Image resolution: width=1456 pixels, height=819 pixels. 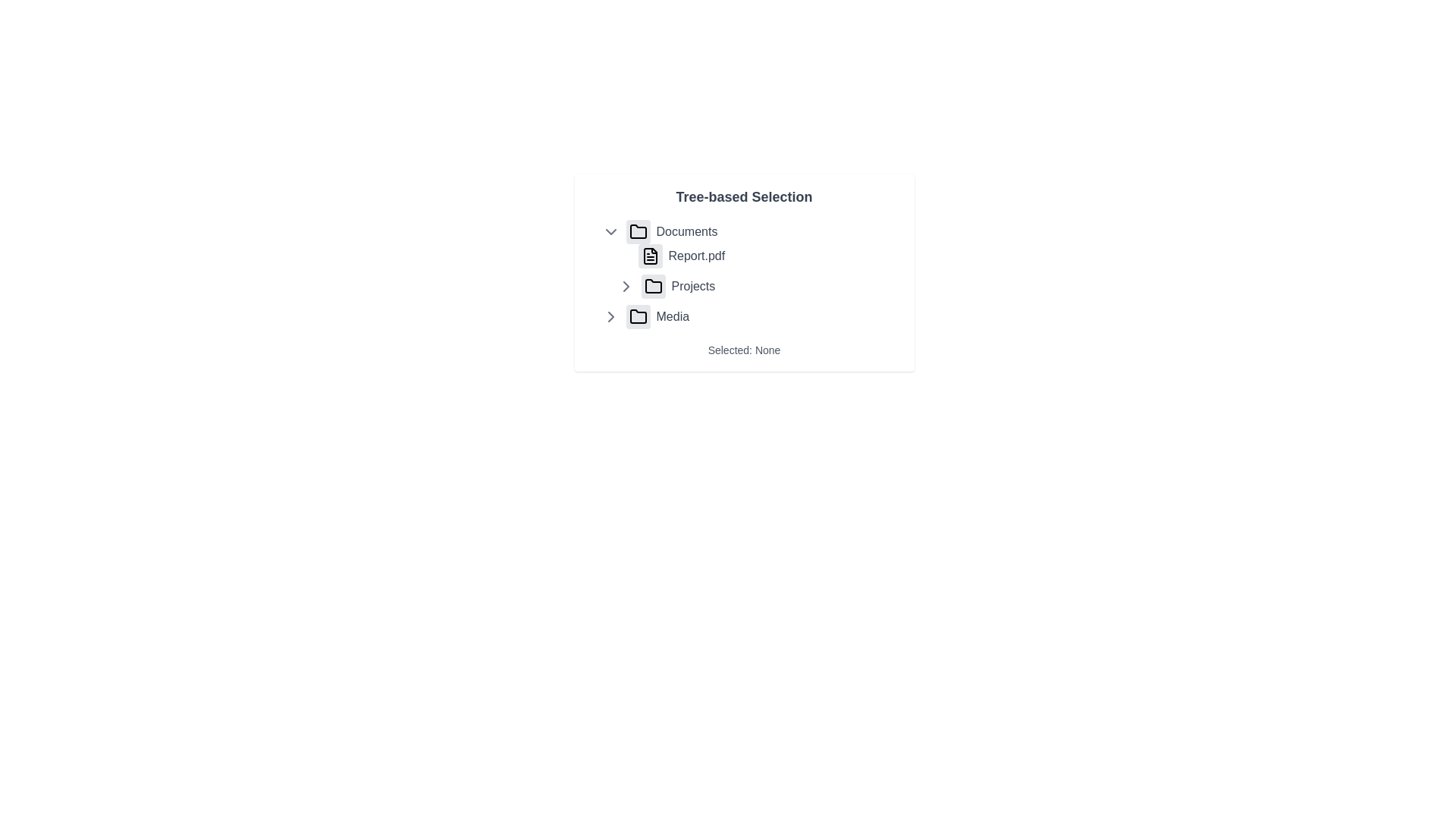 What do you see at coordinates (744, 350) in the screenshot?
I see `the text label displaying 'Selected: None', which is styled in a small, gray font and located in the lower section of the 'Tree-based Selection' panel` at bounding box center [744, 350].